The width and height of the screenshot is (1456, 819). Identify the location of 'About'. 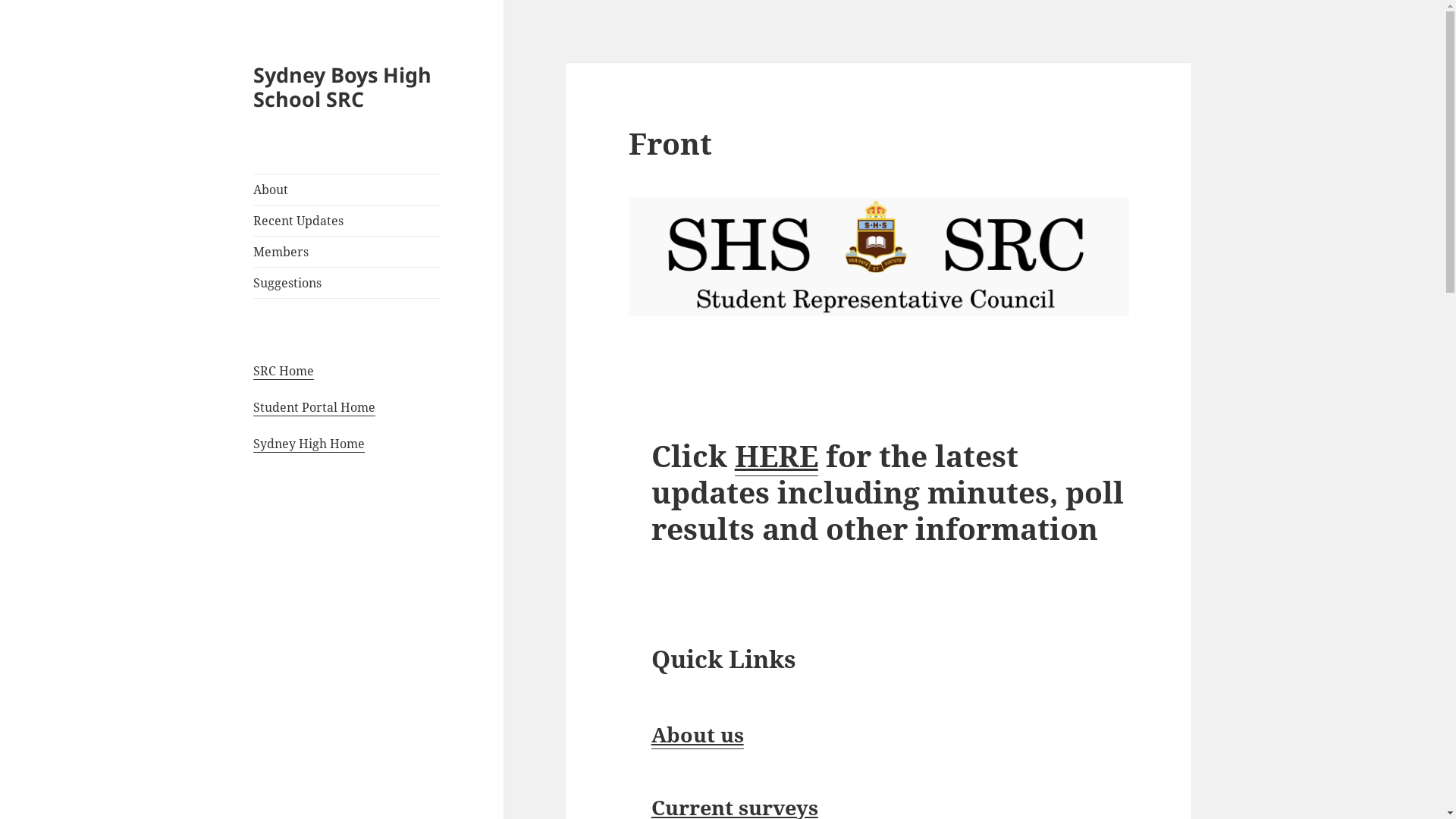
(253, 189).